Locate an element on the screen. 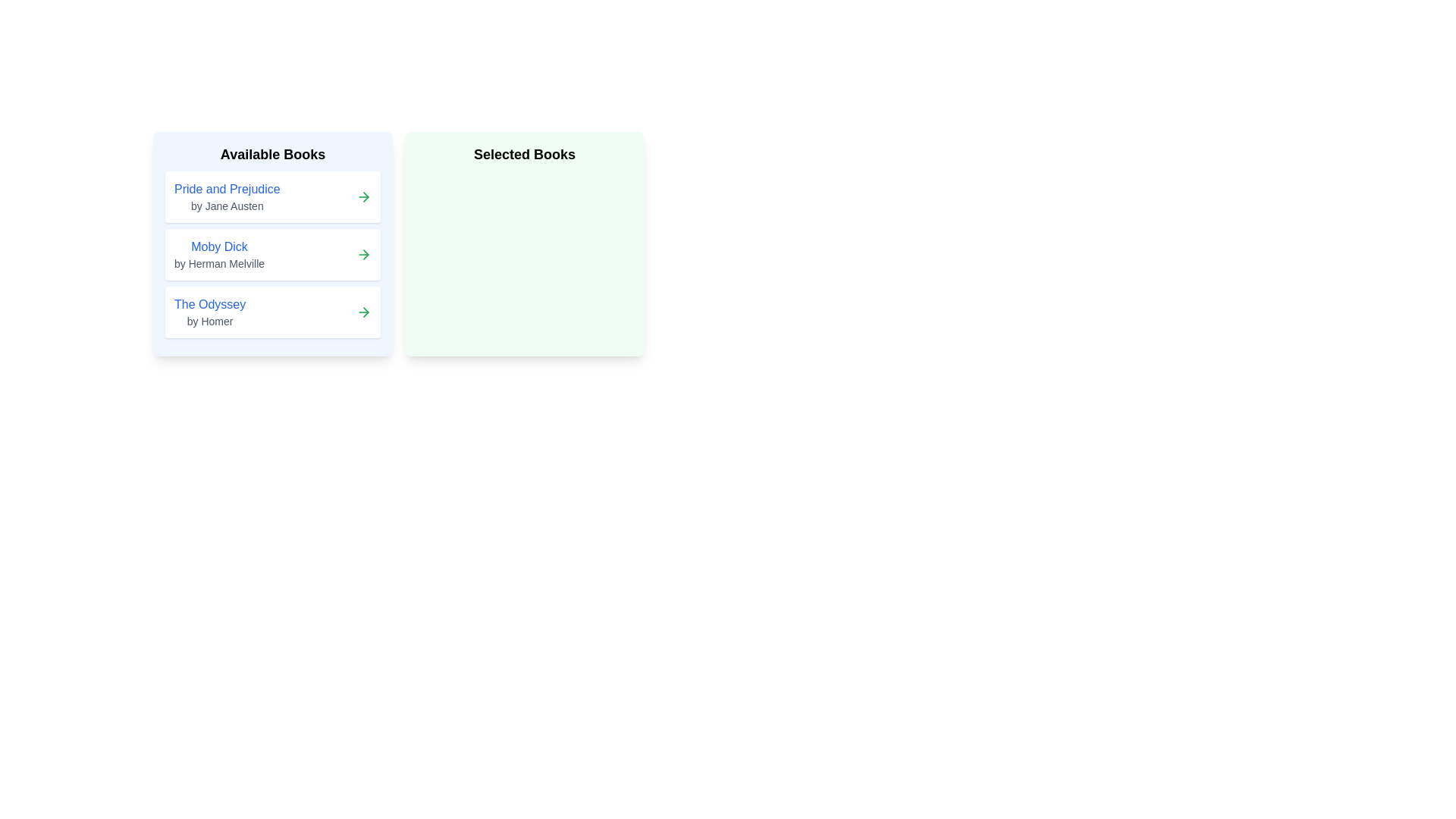  book title displayed in blue font as 'The Odyssey', which is the third title in the 'Available Books' list, located below 'Moby Dick' is located at coordinates (209, 304).